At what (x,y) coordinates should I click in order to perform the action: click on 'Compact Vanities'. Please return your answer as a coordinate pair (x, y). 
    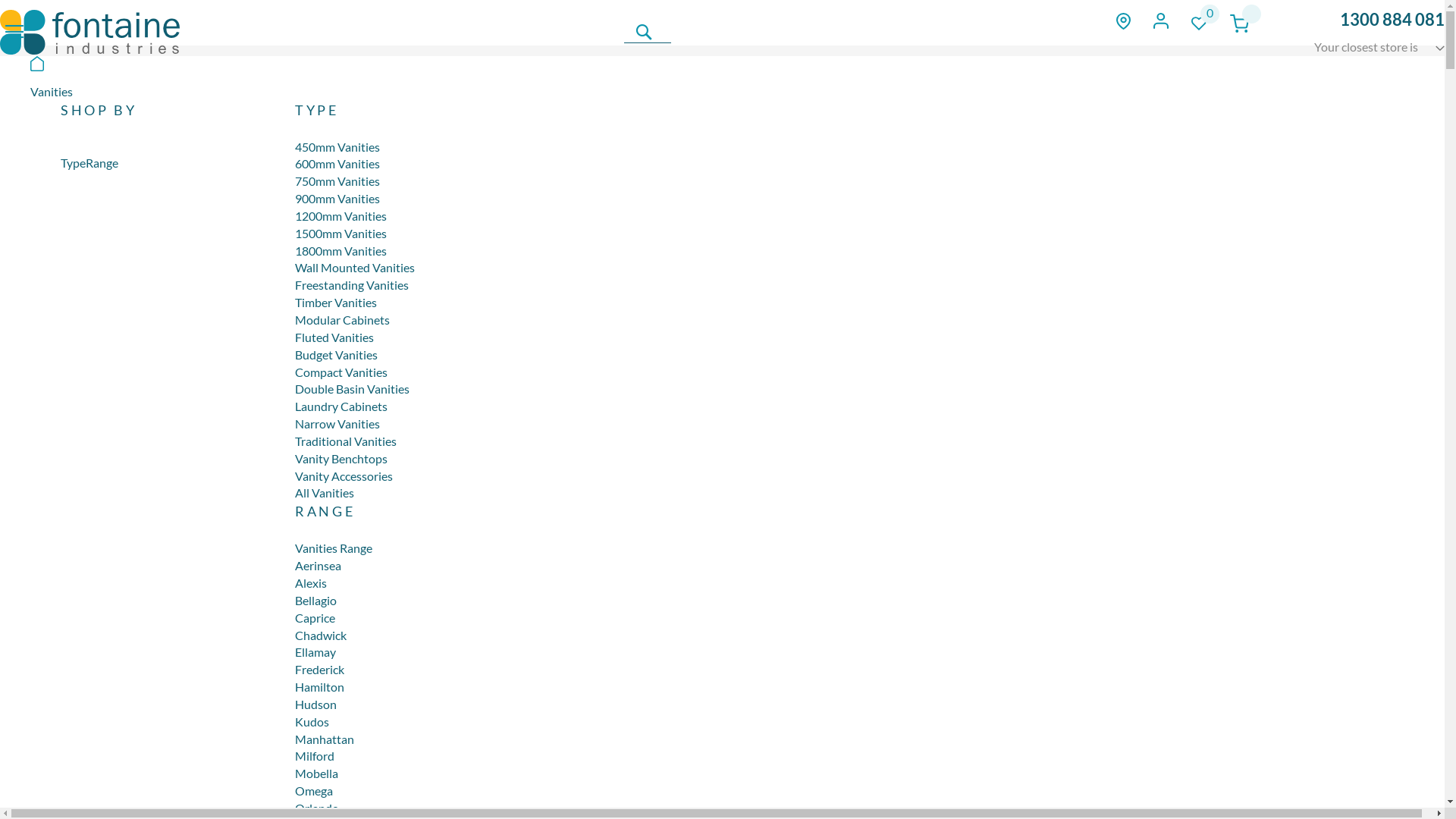
    Looking at the image, I should click on (340, 372).